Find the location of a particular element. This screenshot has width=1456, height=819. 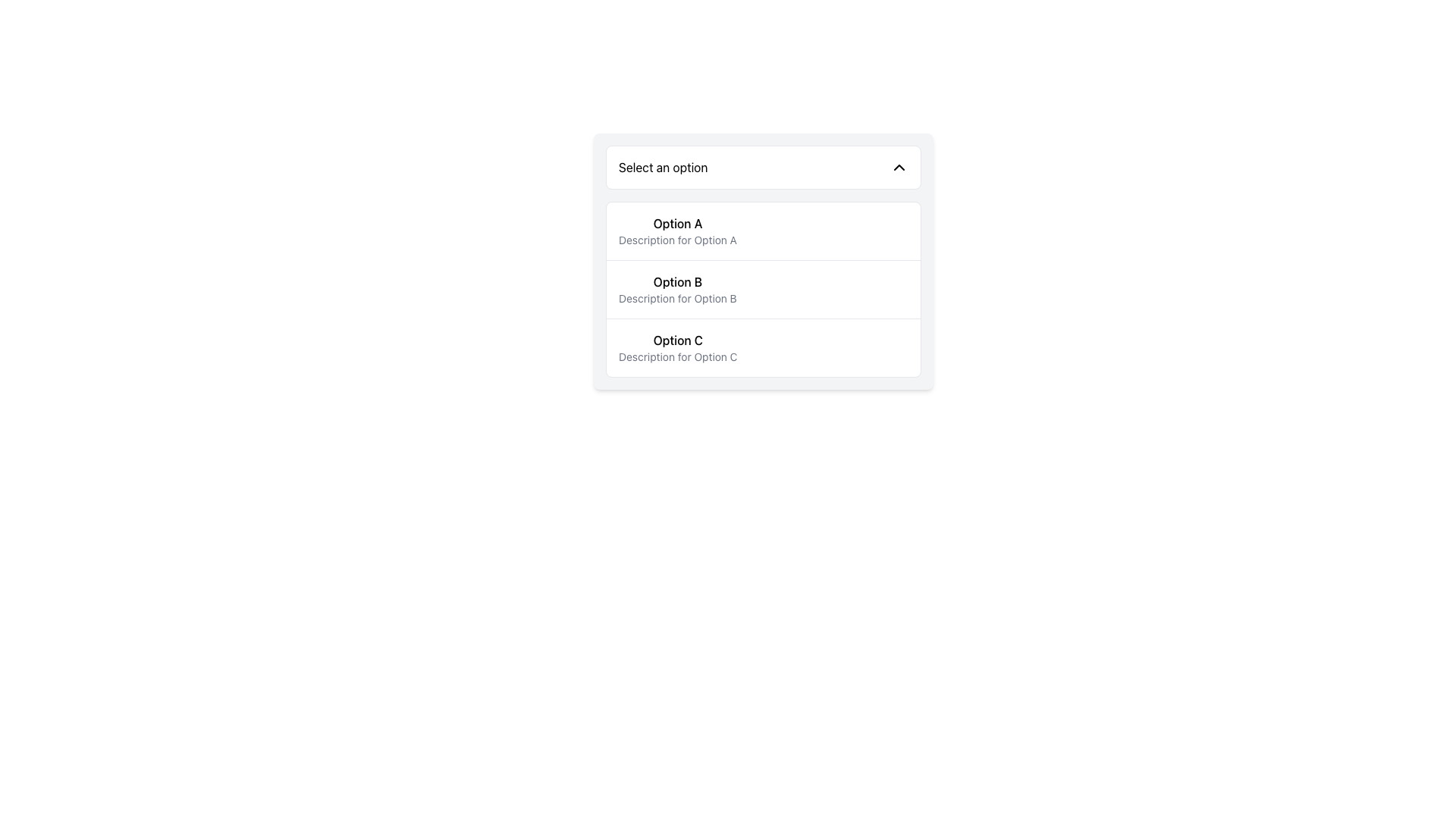

the third listed item in the dropdown menu is located at coordinates (677, 348).